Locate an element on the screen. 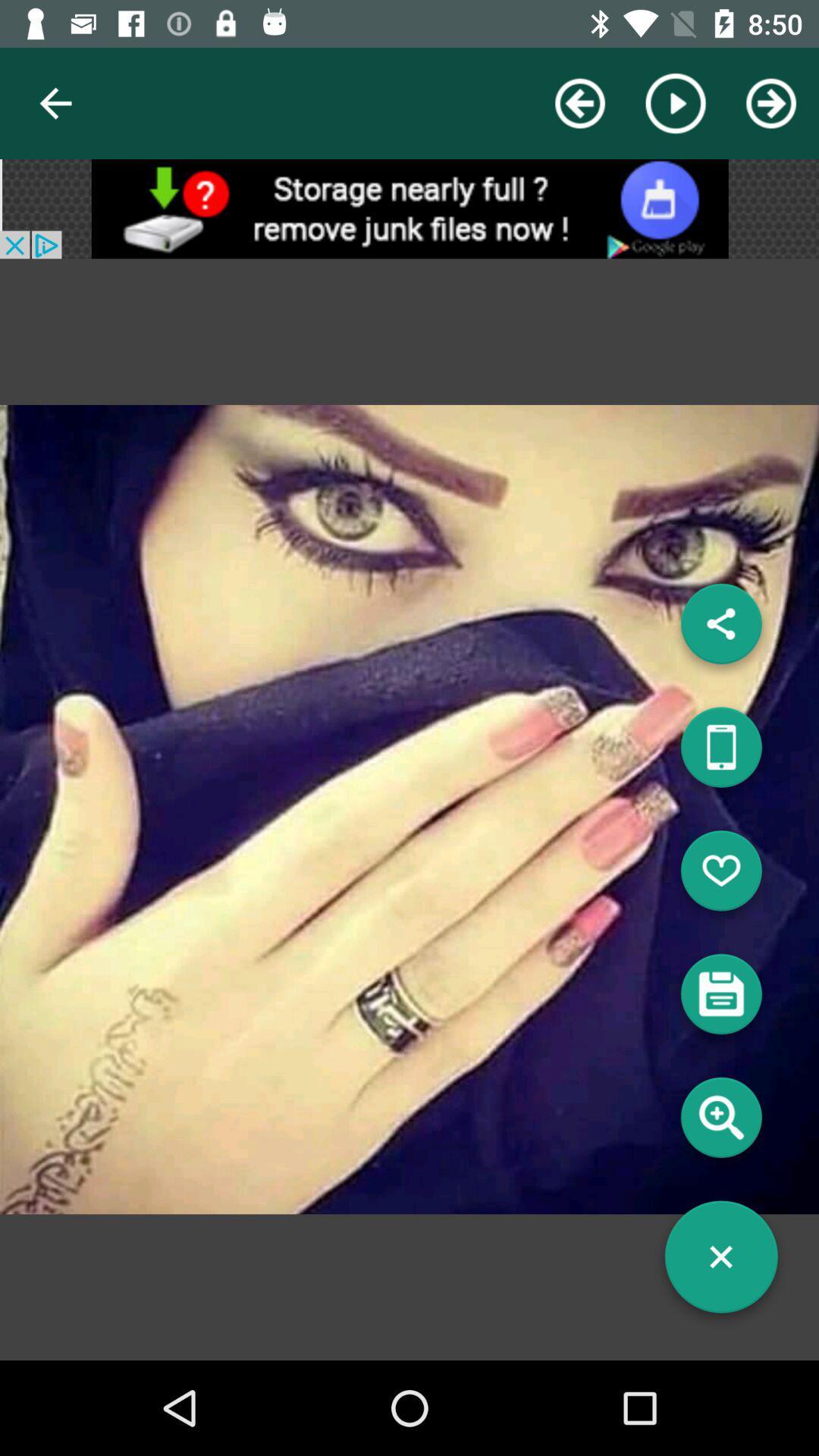 This screenshot has height=1456, width=819. open advertisement is located at coordinates (409, 208).